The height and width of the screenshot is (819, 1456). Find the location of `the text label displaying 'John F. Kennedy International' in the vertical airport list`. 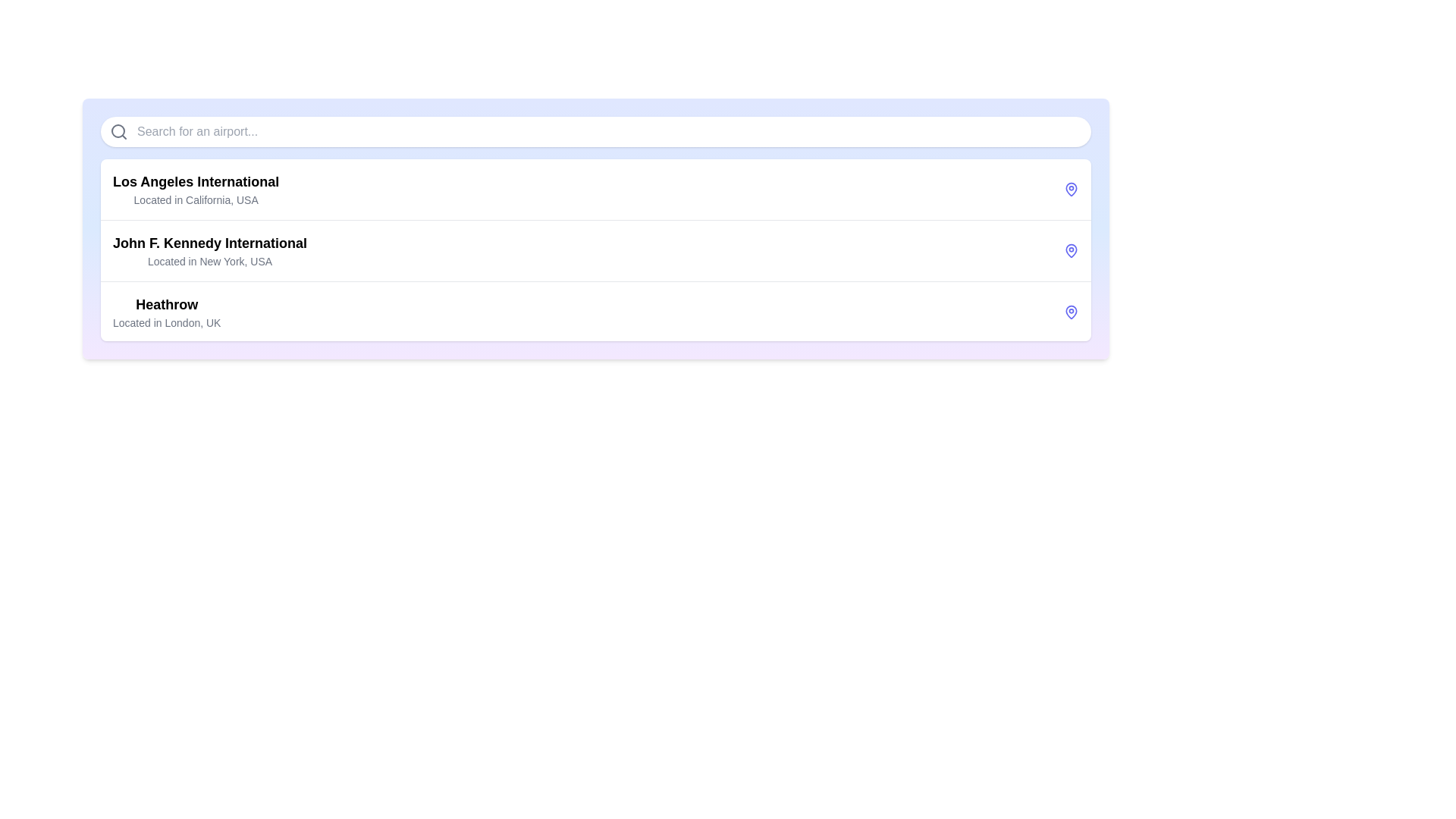

the text label displaying 'John F. Kennedy International' in the vertical airport list is located at coordinates (209, 242).